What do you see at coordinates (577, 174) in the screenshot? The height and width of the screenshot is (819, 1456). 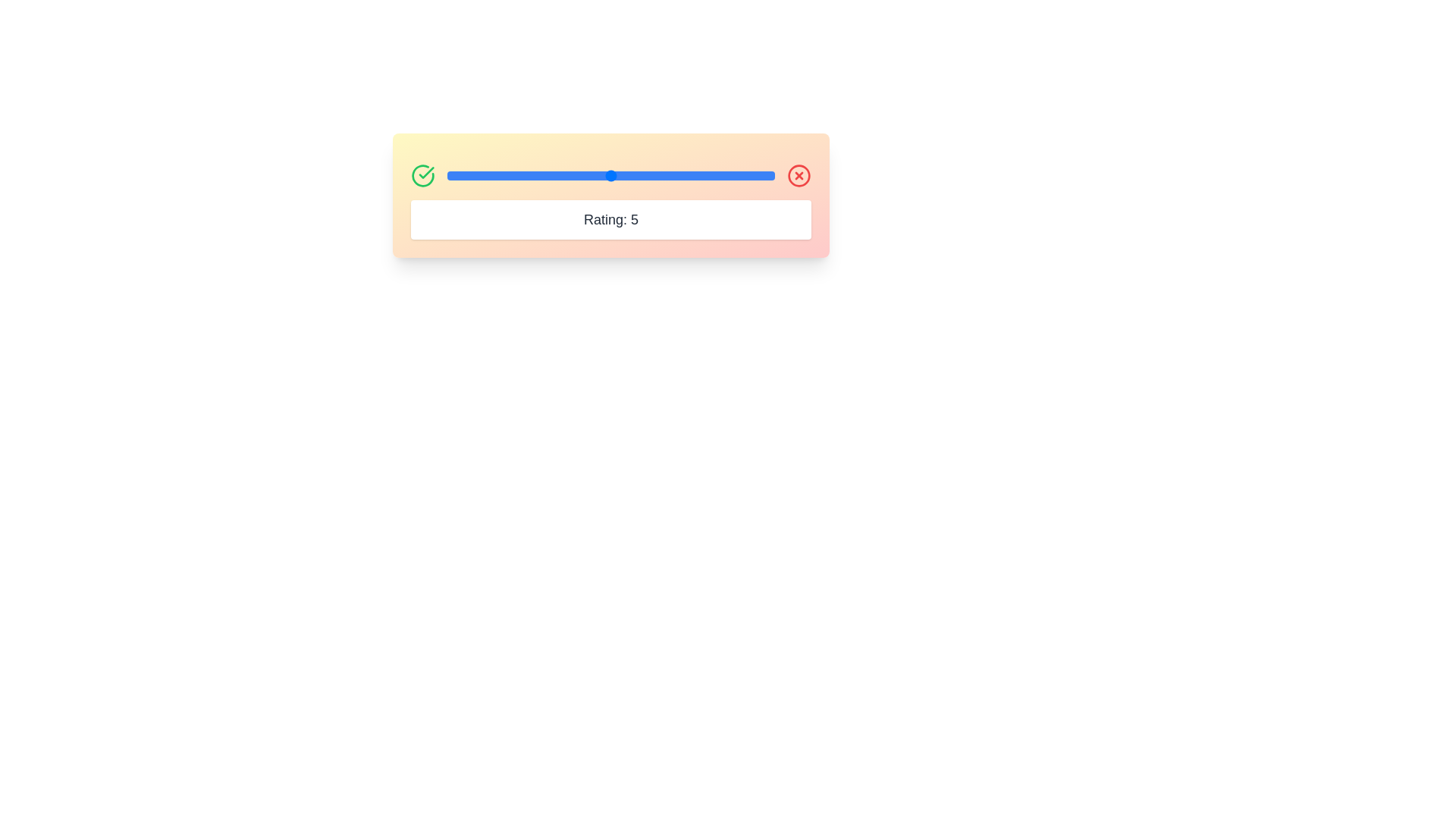 I see `the rating` at bounding box center [577, 174].